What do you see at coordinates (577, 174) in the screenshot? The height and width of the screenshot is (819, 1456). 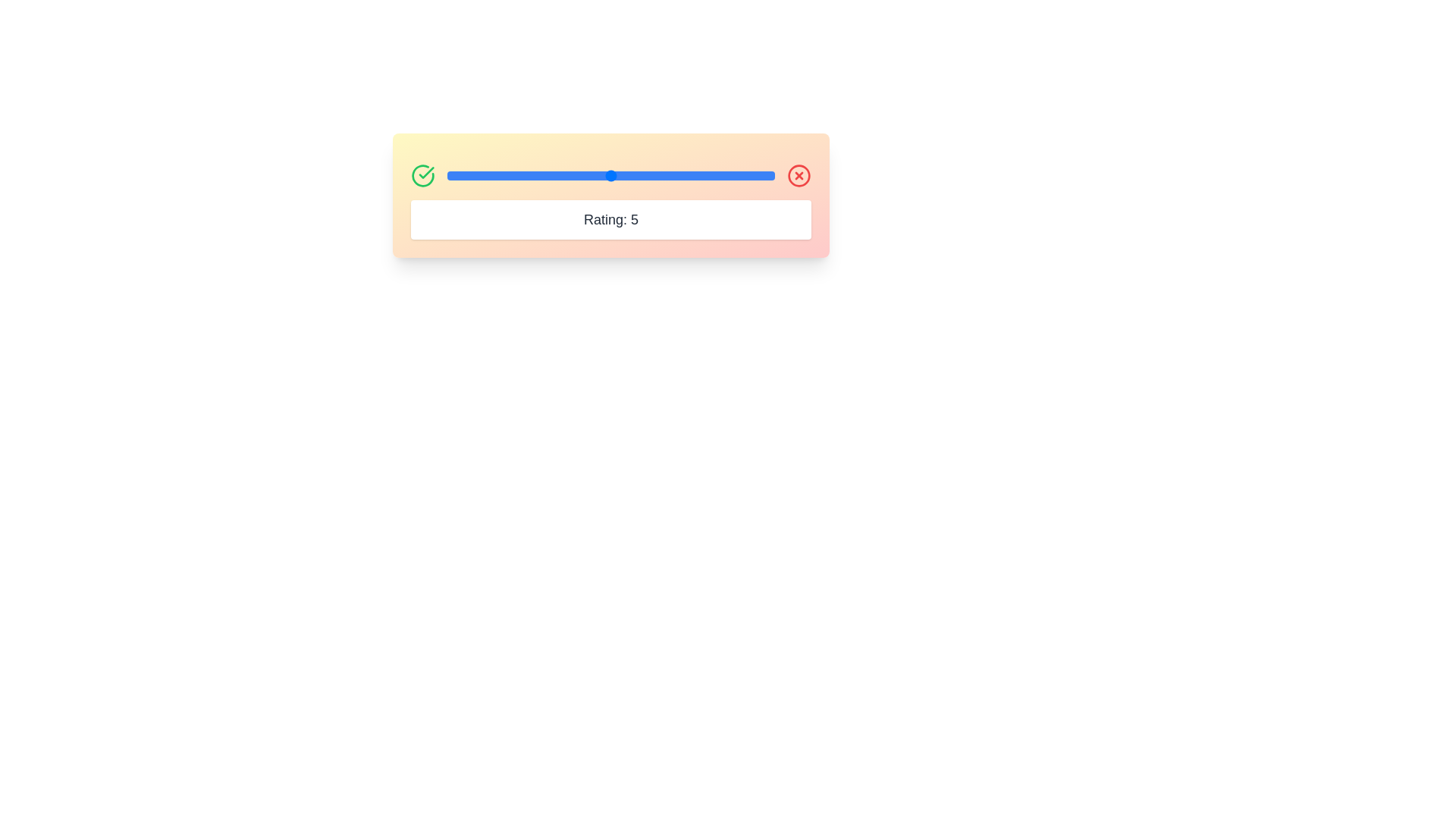 I see `the rating` at bounding box center [577, 174].